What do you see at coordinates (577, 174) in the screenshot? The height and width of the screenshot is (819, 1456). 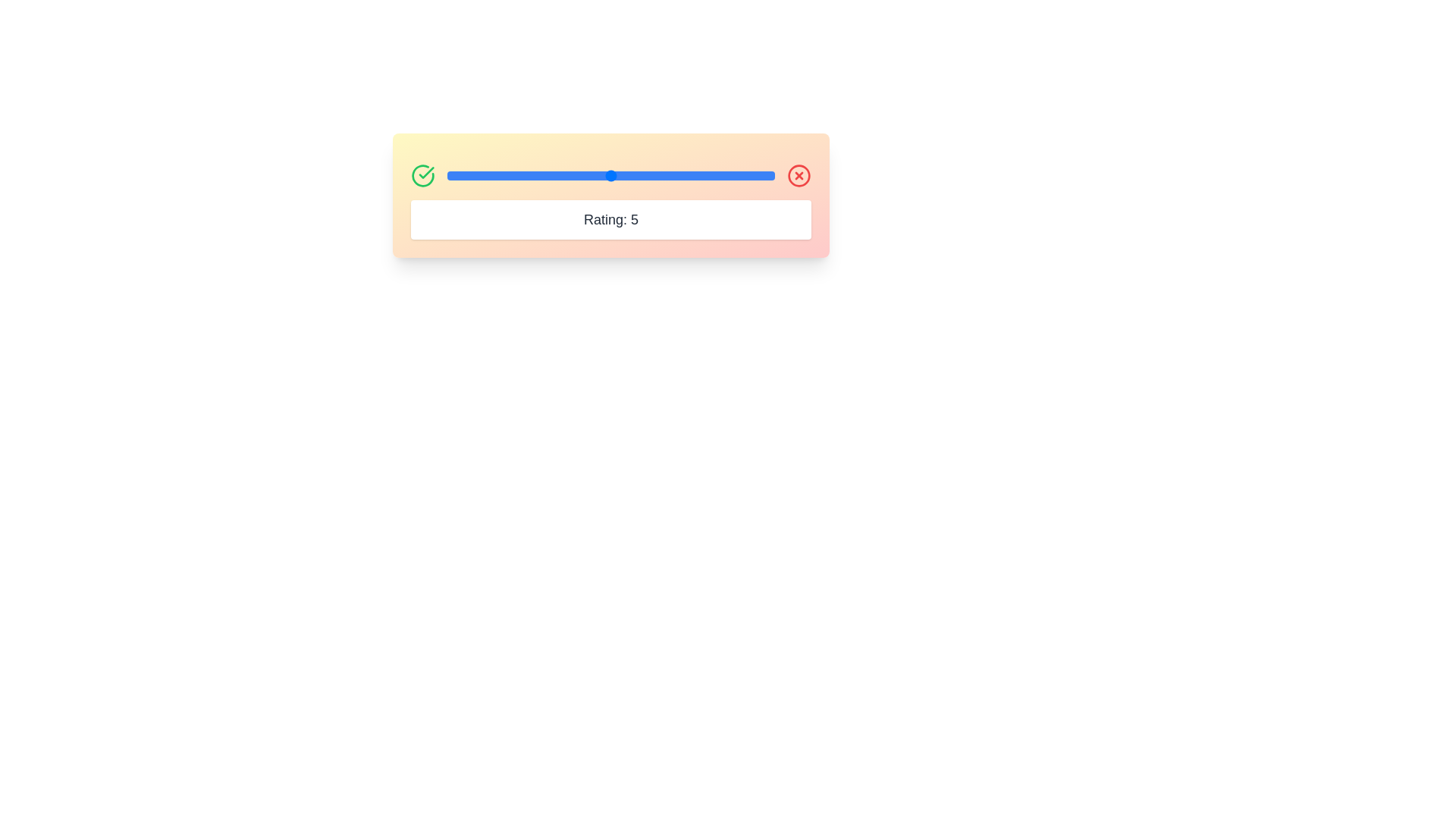 I see `the rating` at bounding box center [577, 174].